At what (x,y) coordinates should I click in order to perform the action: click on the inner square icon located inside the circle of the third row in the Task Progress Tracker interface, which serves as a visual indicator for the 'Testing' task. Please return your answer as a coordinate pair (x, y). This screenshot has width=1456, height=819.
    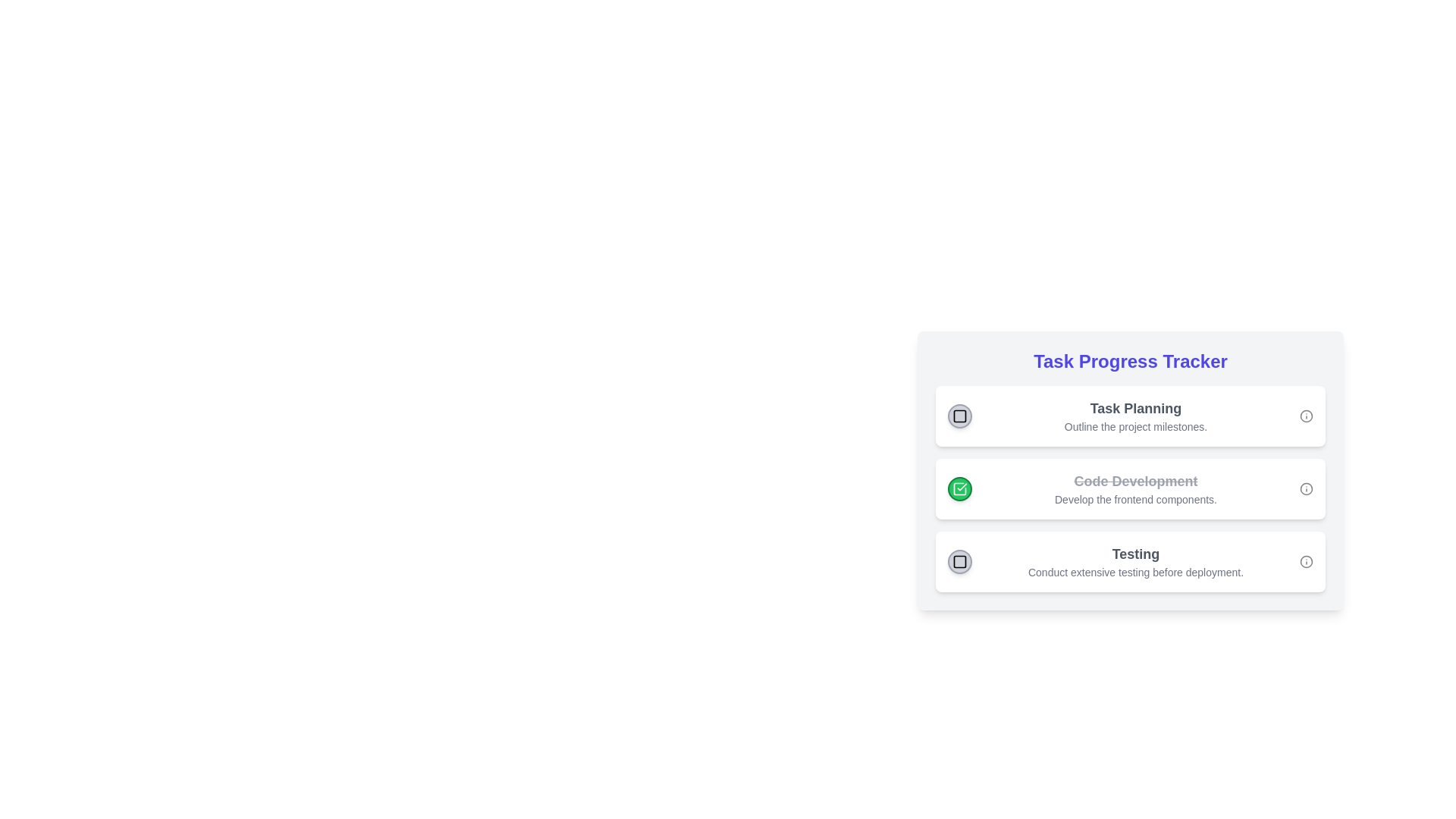
    Looking at the image, I should click on (959, 561).